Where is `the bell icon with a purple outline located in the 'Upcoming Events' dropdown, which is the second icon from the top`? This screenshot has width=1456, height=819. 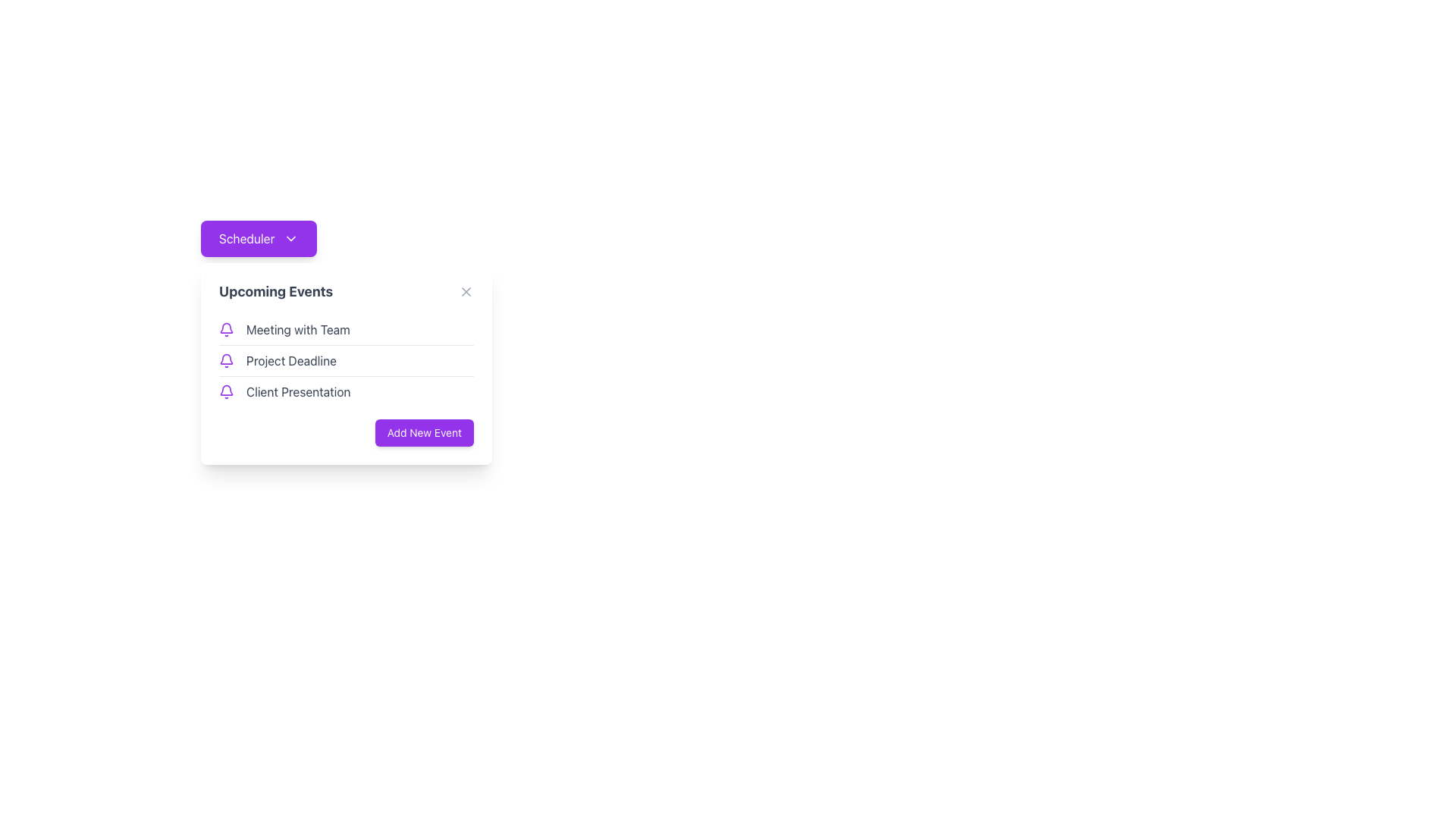
the bell icon with a purple outline located in the 'Upcoming Events' dropdown, which is the second icon from the top is located at coordinates (225, 389).